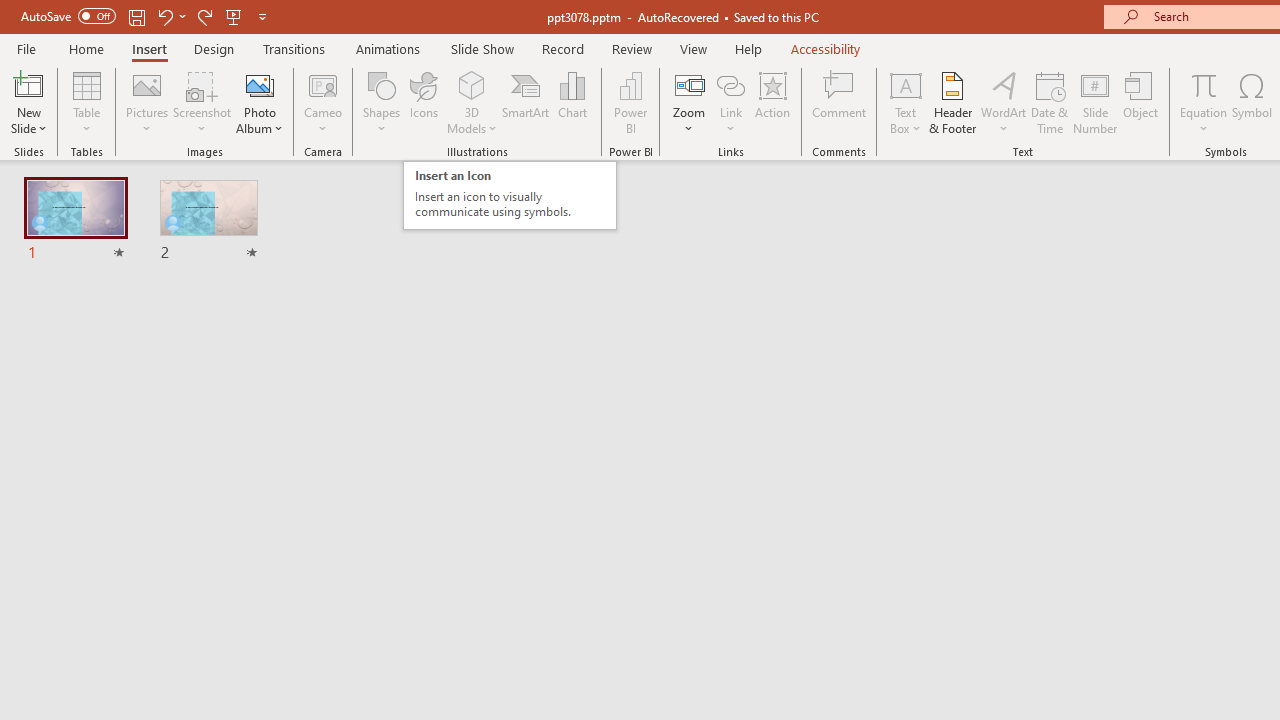 The image size is (1280, 720). I want to click on 'Equation', so click(1202, 103).